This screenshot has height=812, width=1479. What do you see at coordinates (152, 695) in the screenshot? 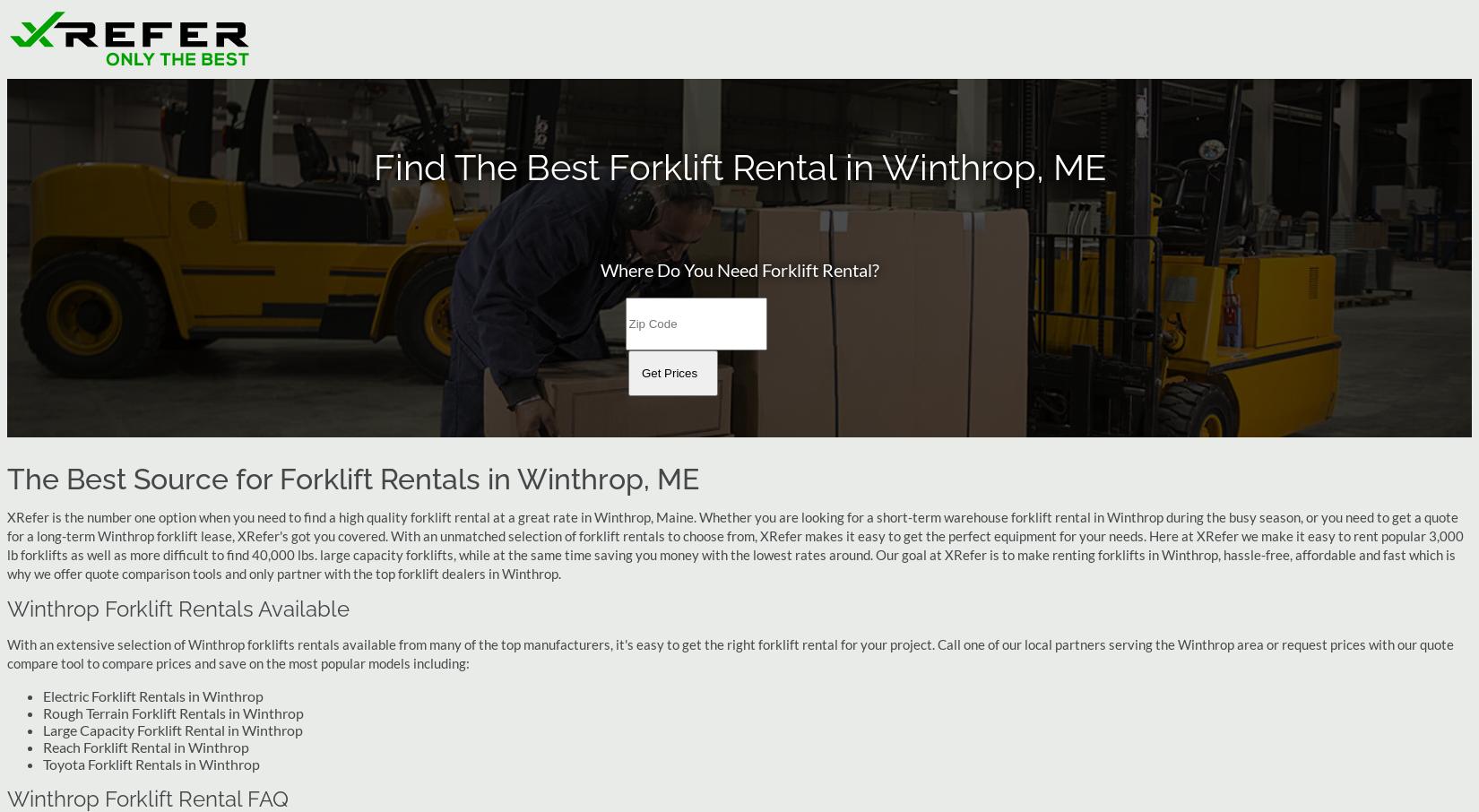
I see `'Electric Forklift Rentals in Winthrop'` at bounding box center [152, 695].